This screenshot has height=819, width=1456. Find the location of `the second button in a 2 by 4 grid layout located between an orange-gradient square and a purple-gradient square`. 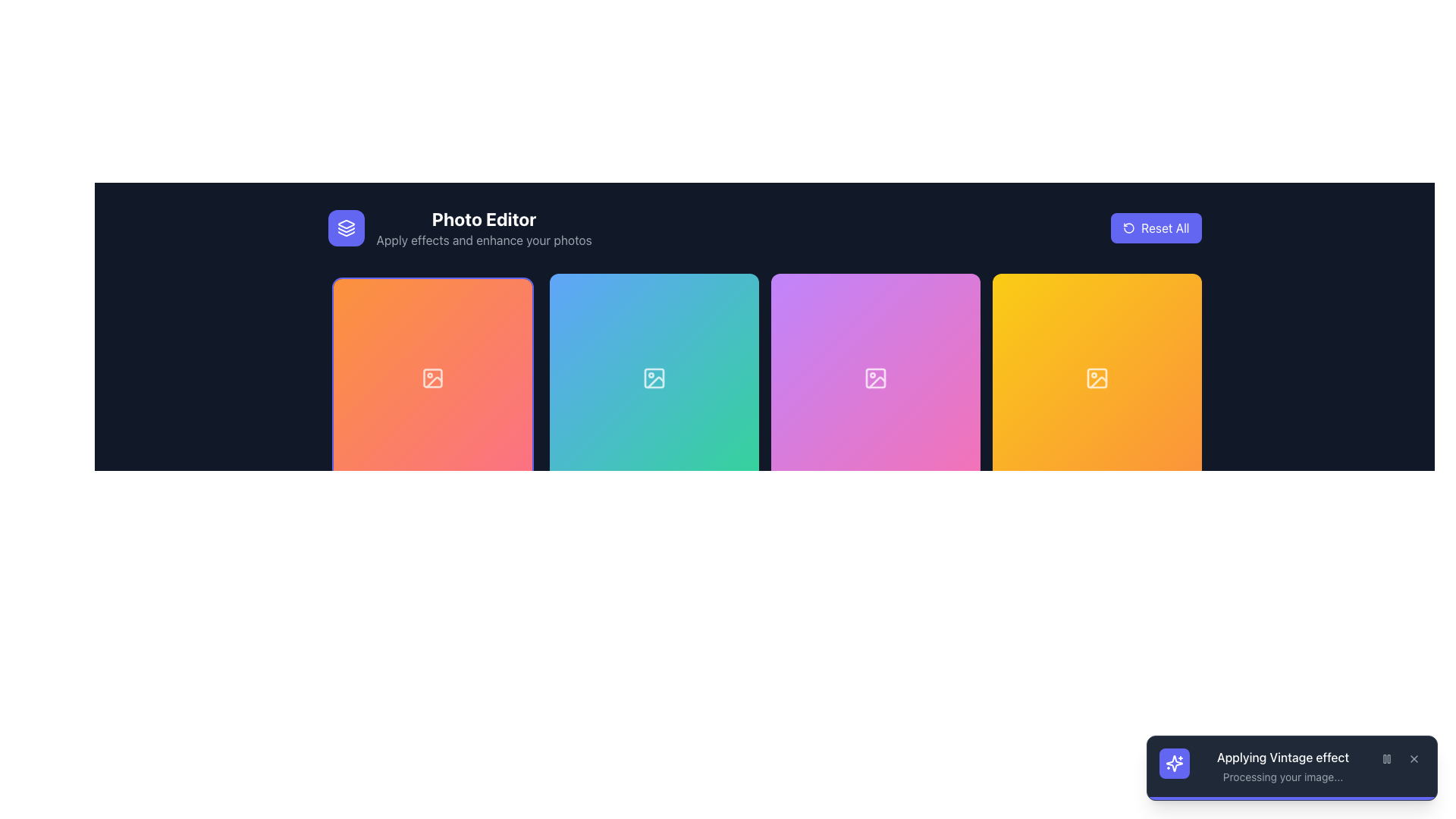

the second button in a 2 by 4 grid layout located between an orange-gradient square and a purple-gradient square is located at coordinates (654, 377).